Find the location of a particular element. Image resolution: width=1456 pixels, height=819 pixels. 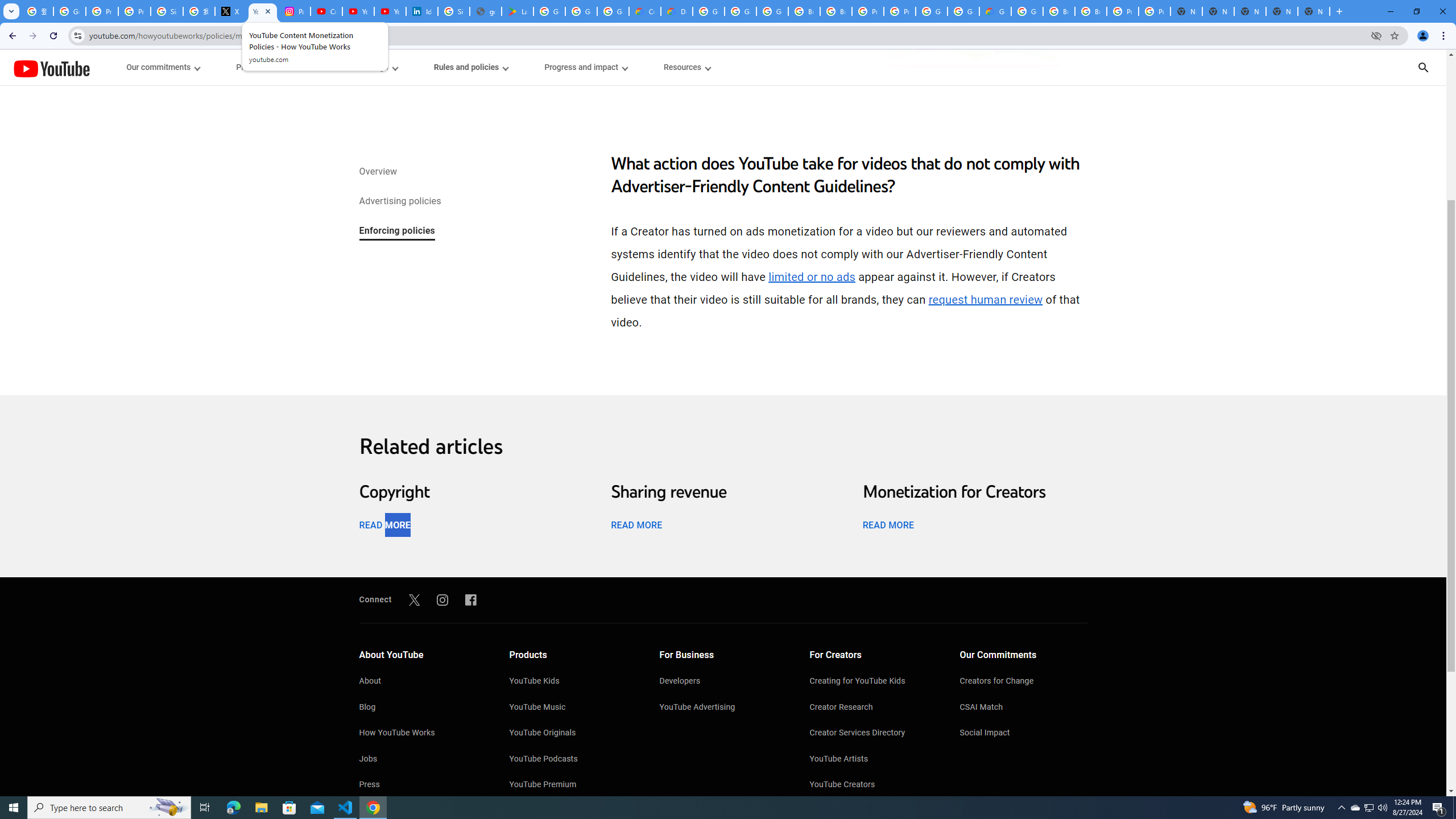

'Jobs' is located at coordinates (421, 760).